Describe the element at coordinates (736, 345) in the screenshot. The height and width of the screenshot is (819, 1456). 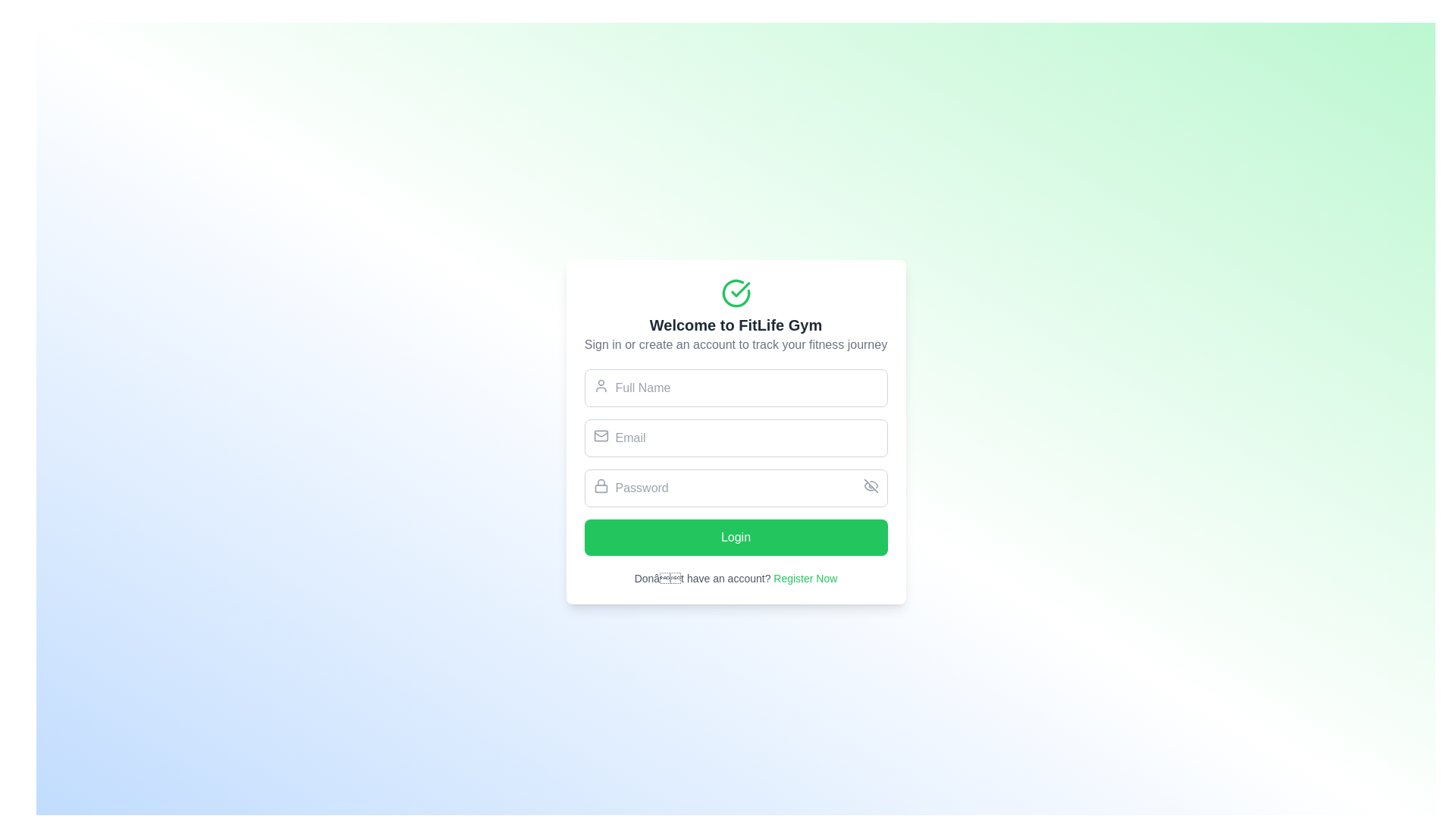
I see `the informative message text that guides users to log in or register an account for their fitness journey, located below the 'Welcome to FitLife Gym.' heading and above the form fields` at that location.